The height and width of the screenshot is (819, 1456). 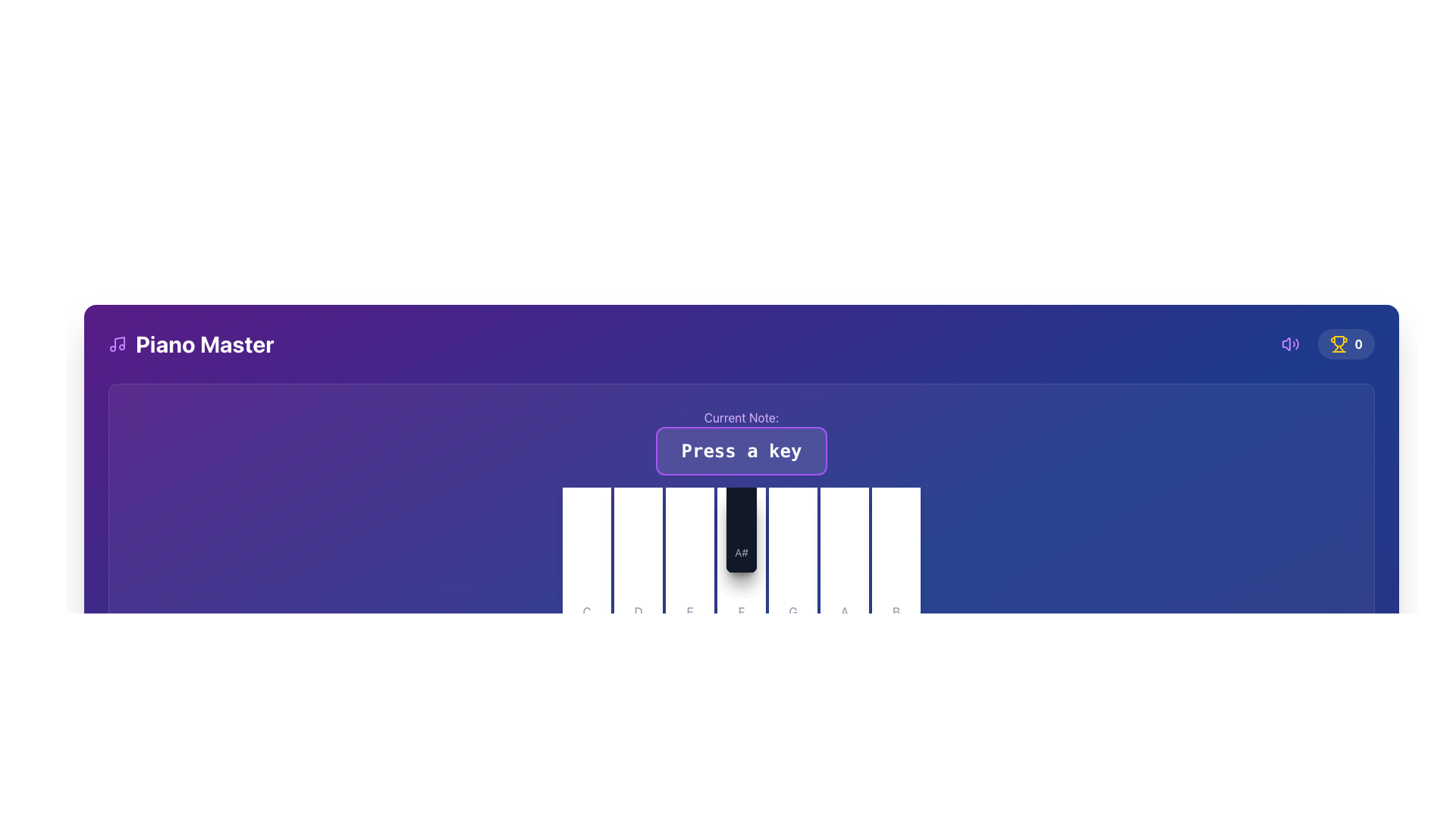 I want to click on the static text element that serves as a label for the corresponding piano key, providing a visual cue about the musical note associated with the key, so click(x=638, y=610).